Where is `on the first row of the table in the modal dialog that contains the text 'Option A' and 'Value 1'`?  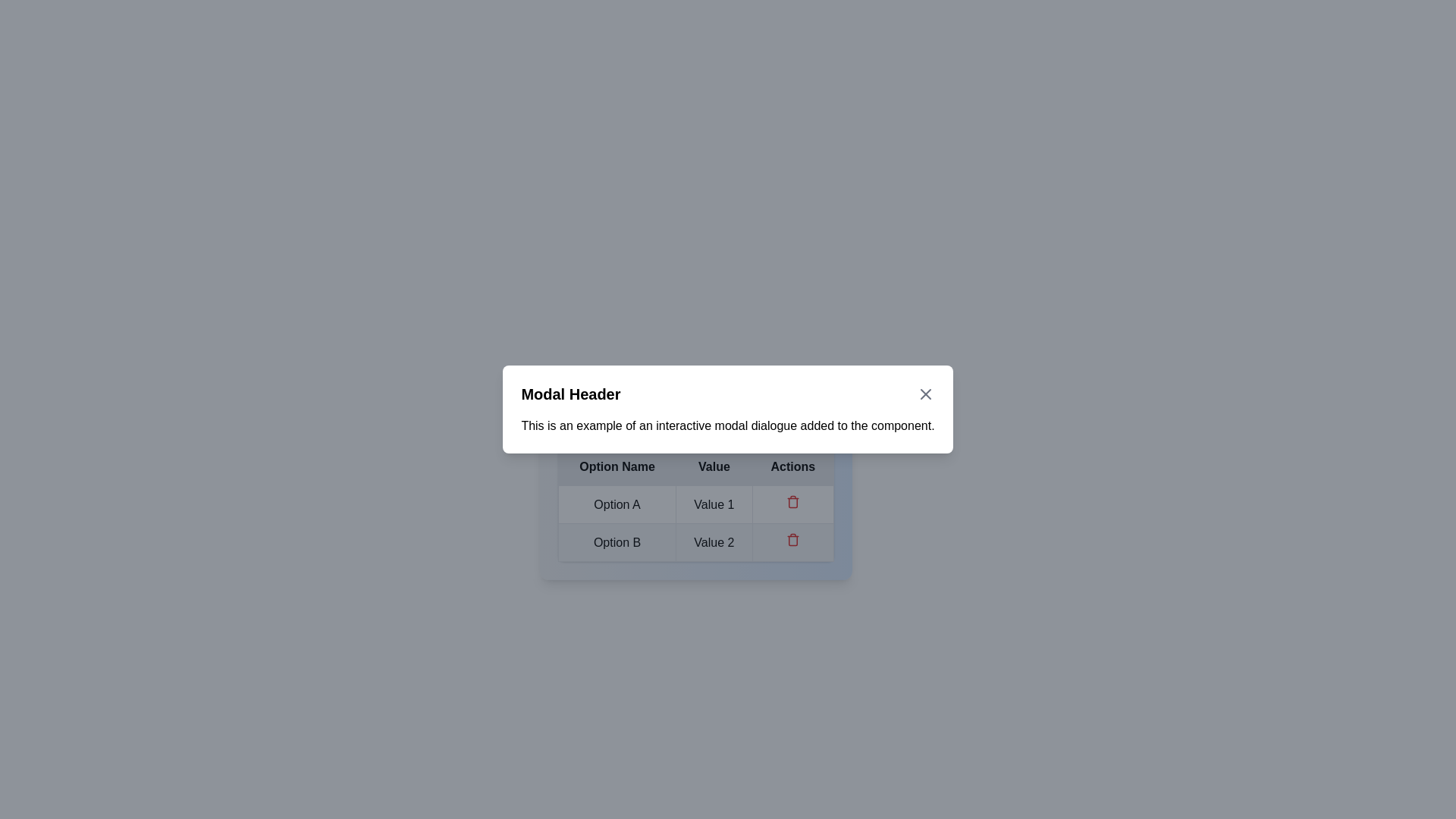 on the first row of the table in the modal dialog that contains the text 'Option A' and 'Value 1' is located at coordinates (695, 504).